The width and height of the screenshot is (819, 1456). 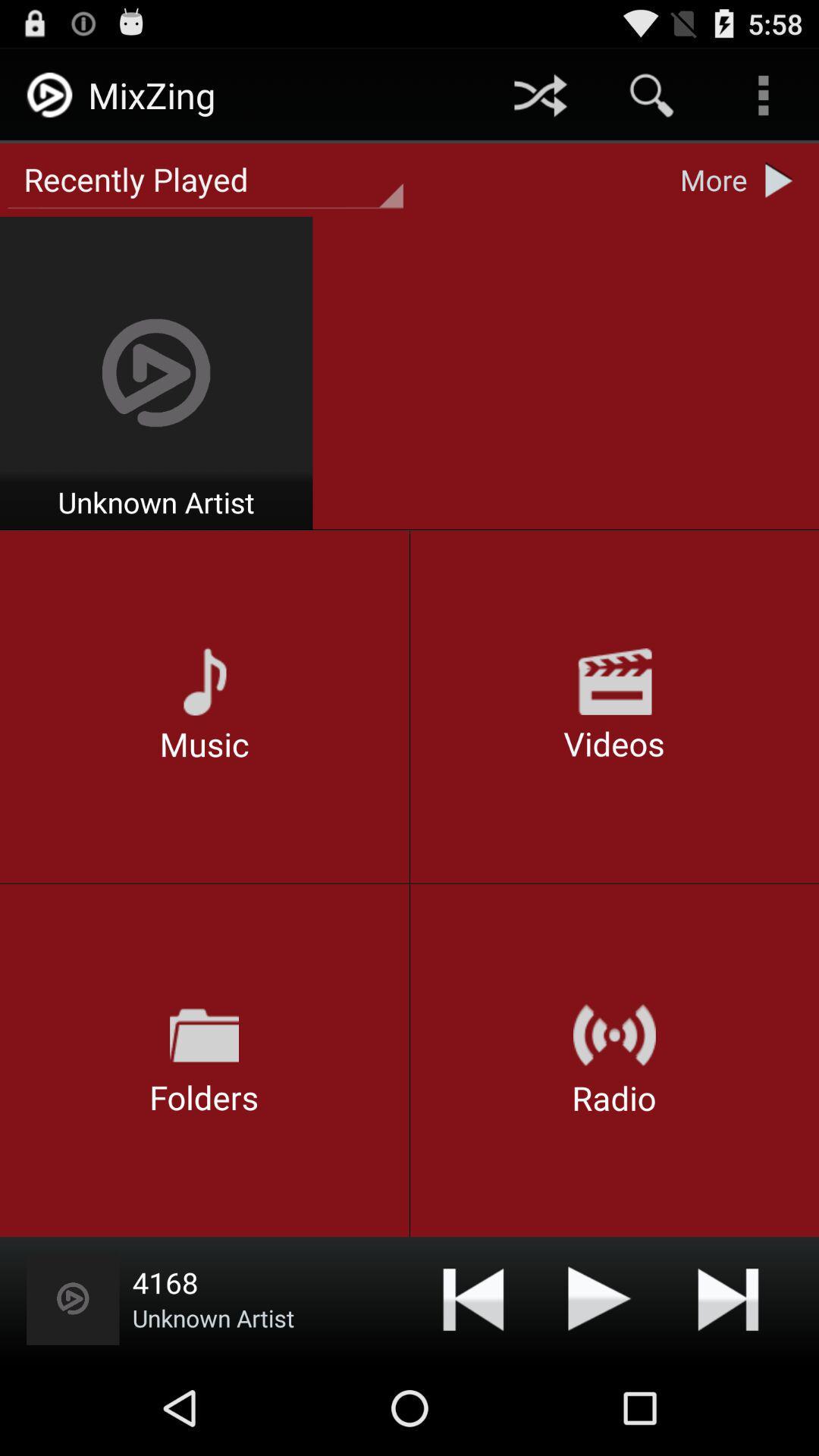 What do you see at coordinates (727, 1298) in the screenshot?
I see `next option` at bounding box center [727, 1298].